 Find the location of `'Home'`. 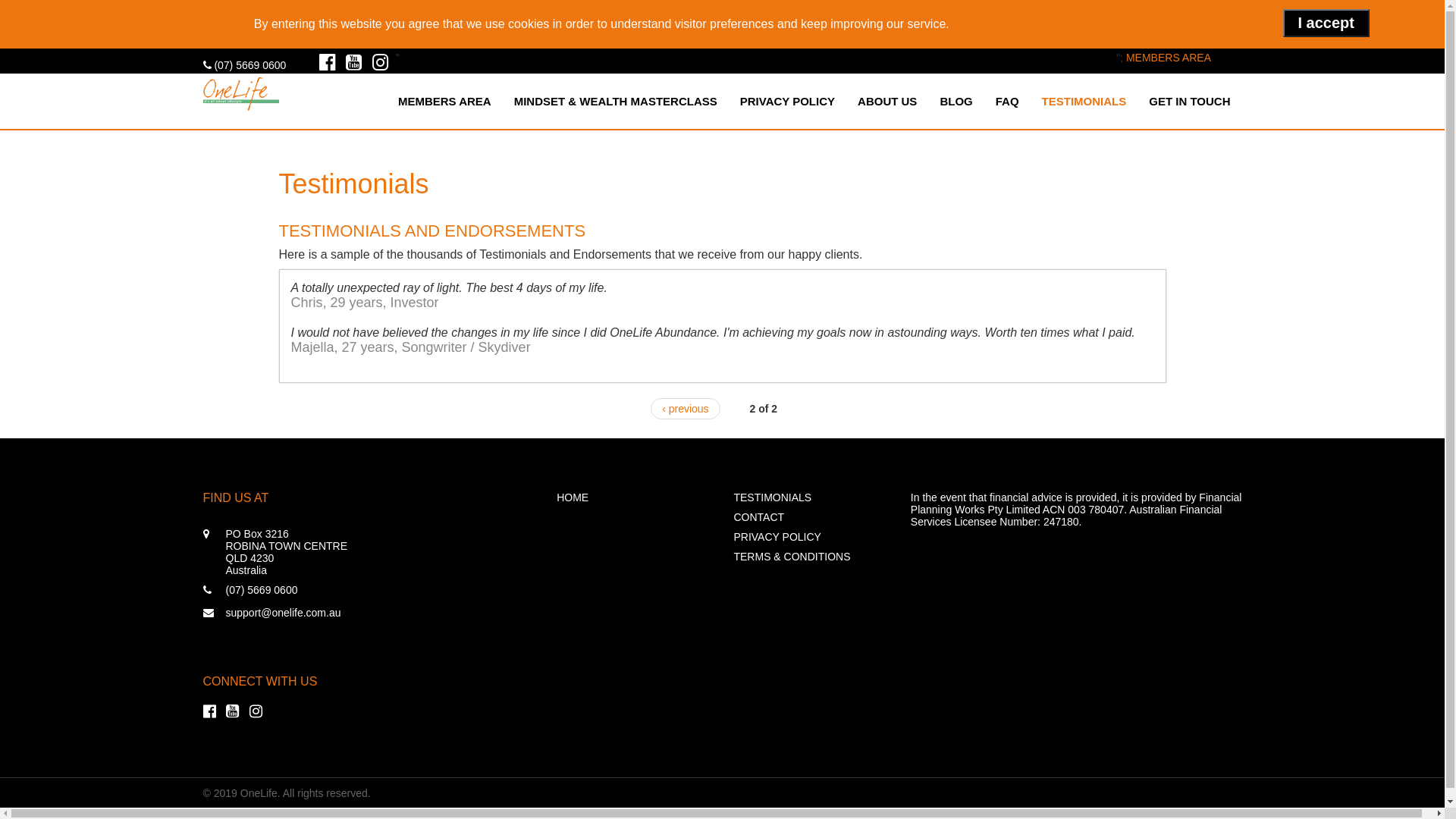

'Home' is located at coordinates (240, 90).